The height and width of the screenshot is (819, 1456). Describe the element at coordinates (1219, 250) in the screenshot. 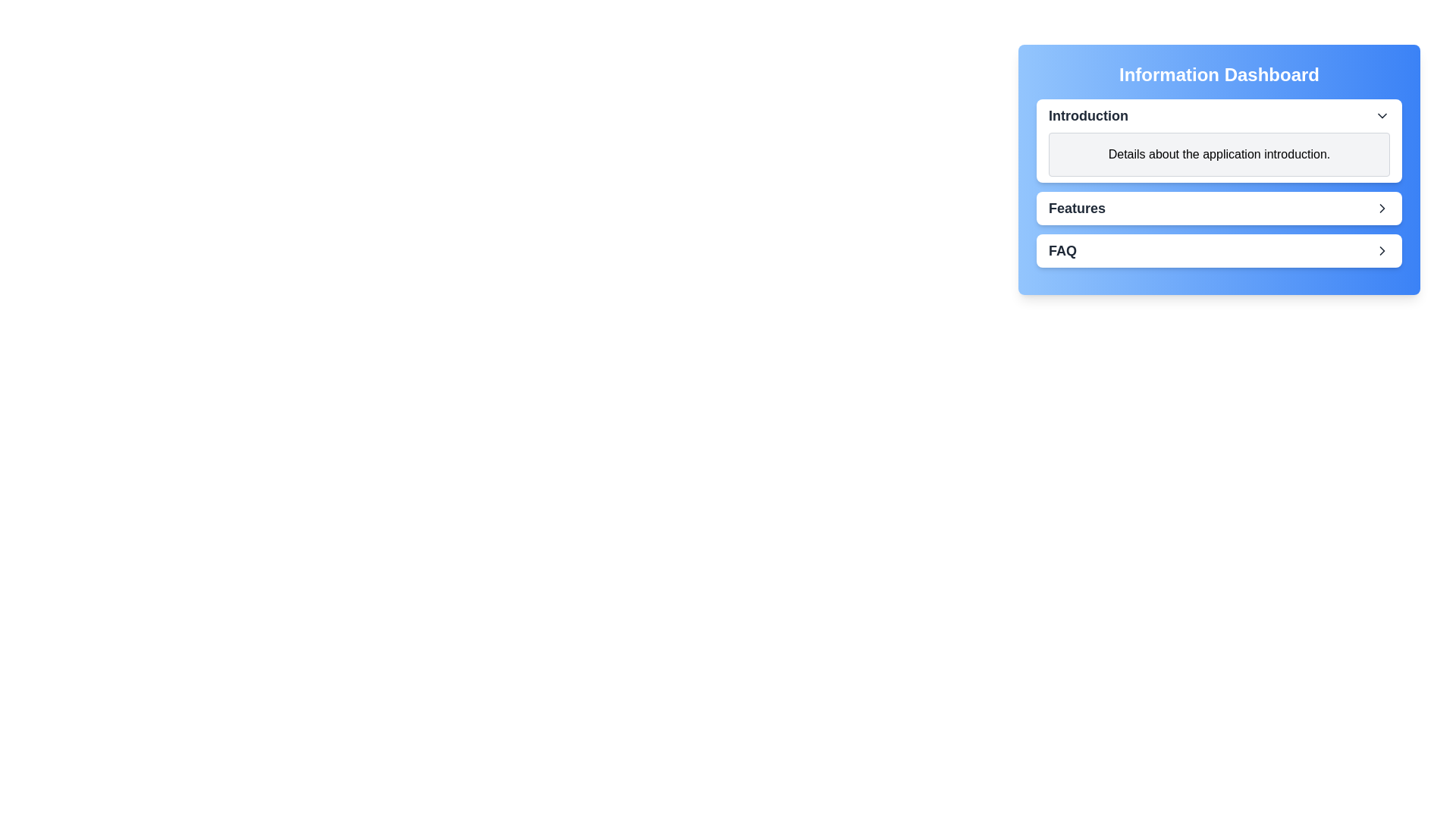

I see `the 'FAQ' interactive list item, which is the last option` at that location.